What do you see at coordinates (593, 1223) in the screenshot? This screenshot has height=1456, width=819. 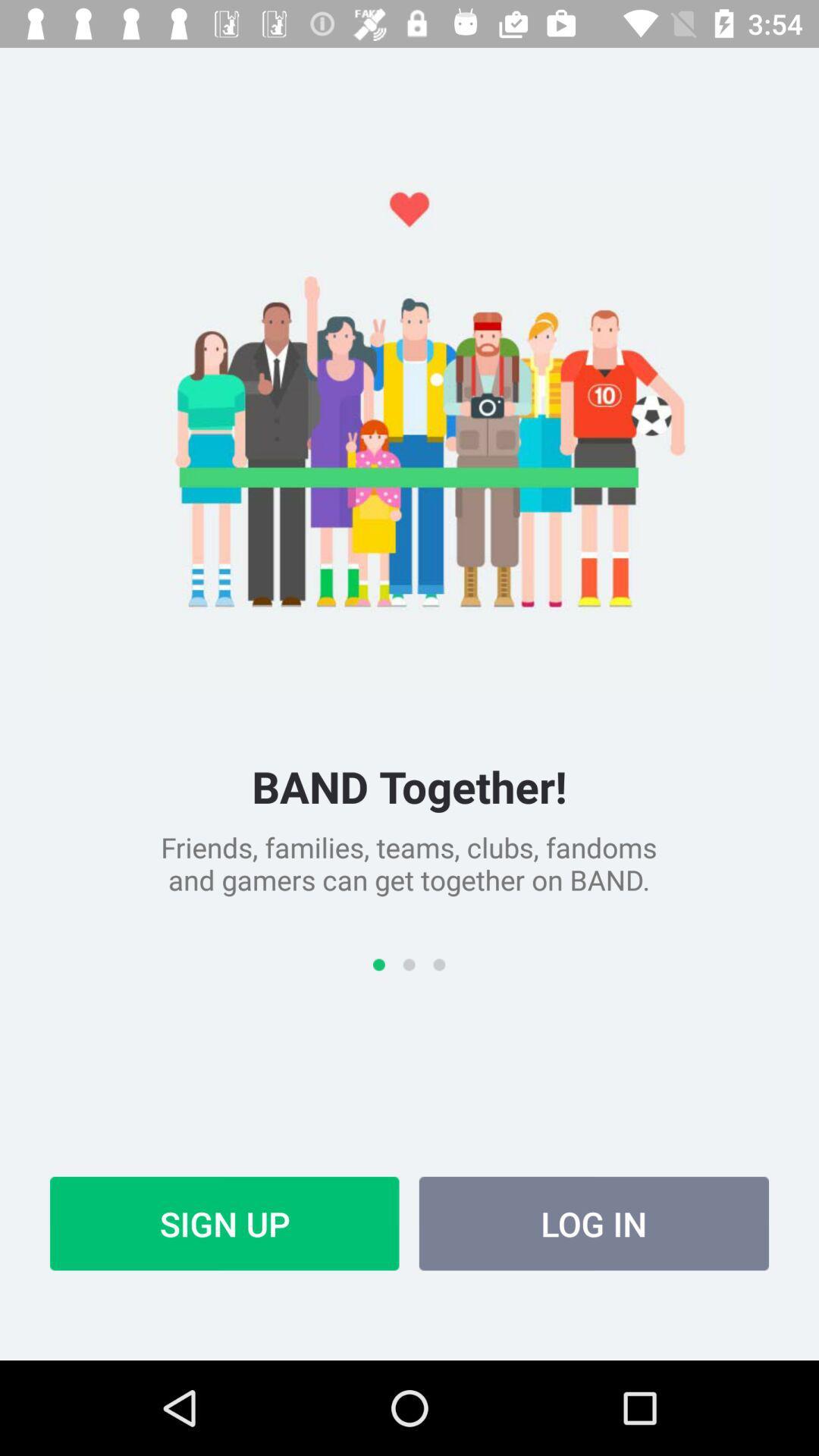 I see `item next to sign up icon` at bounding box center [593, 1223].